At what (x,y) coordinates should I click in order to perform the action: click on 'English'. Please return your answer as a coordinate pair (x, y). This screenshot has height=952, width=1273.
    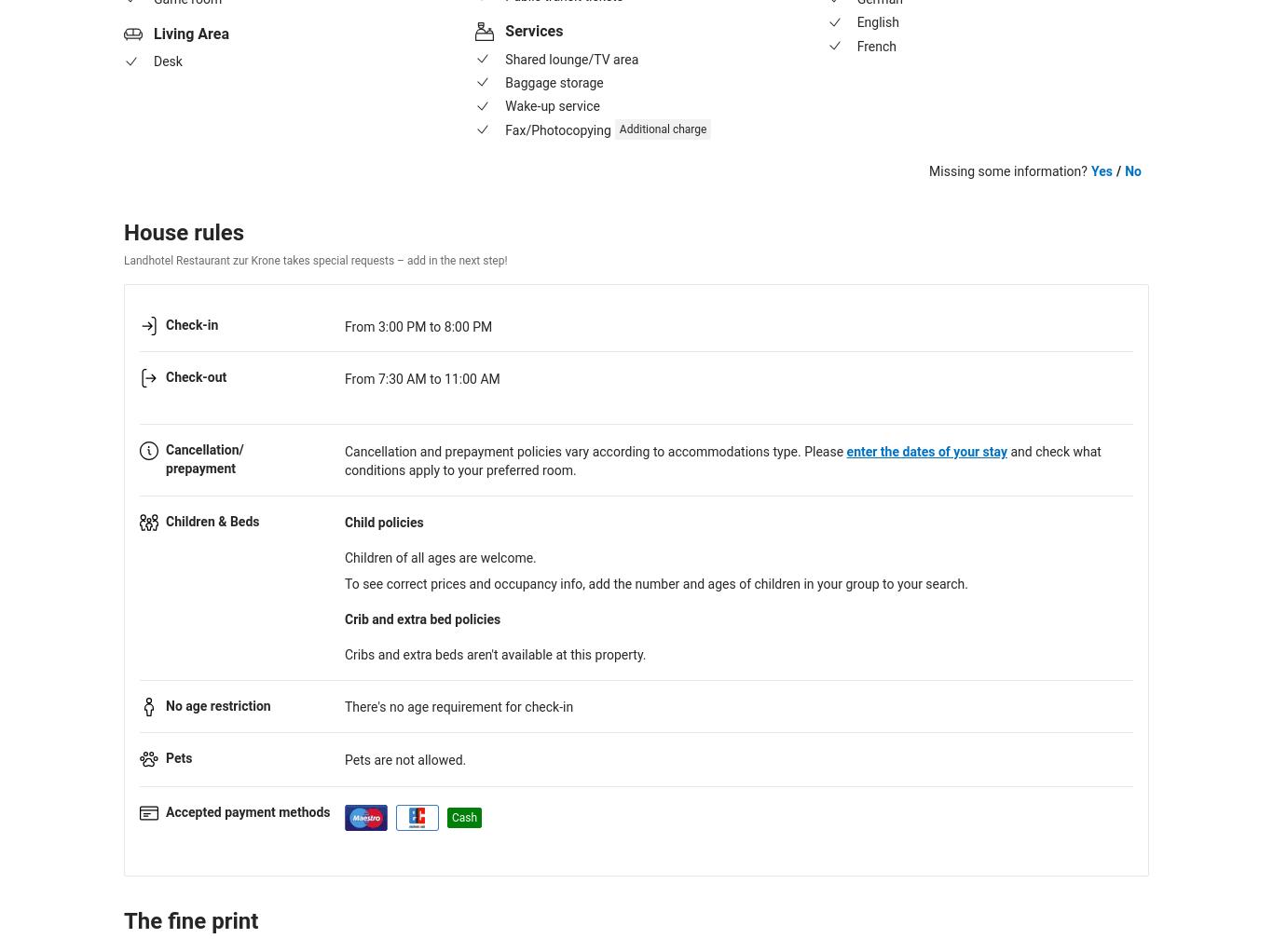
    Looking at the image, I should click on (877, 21).